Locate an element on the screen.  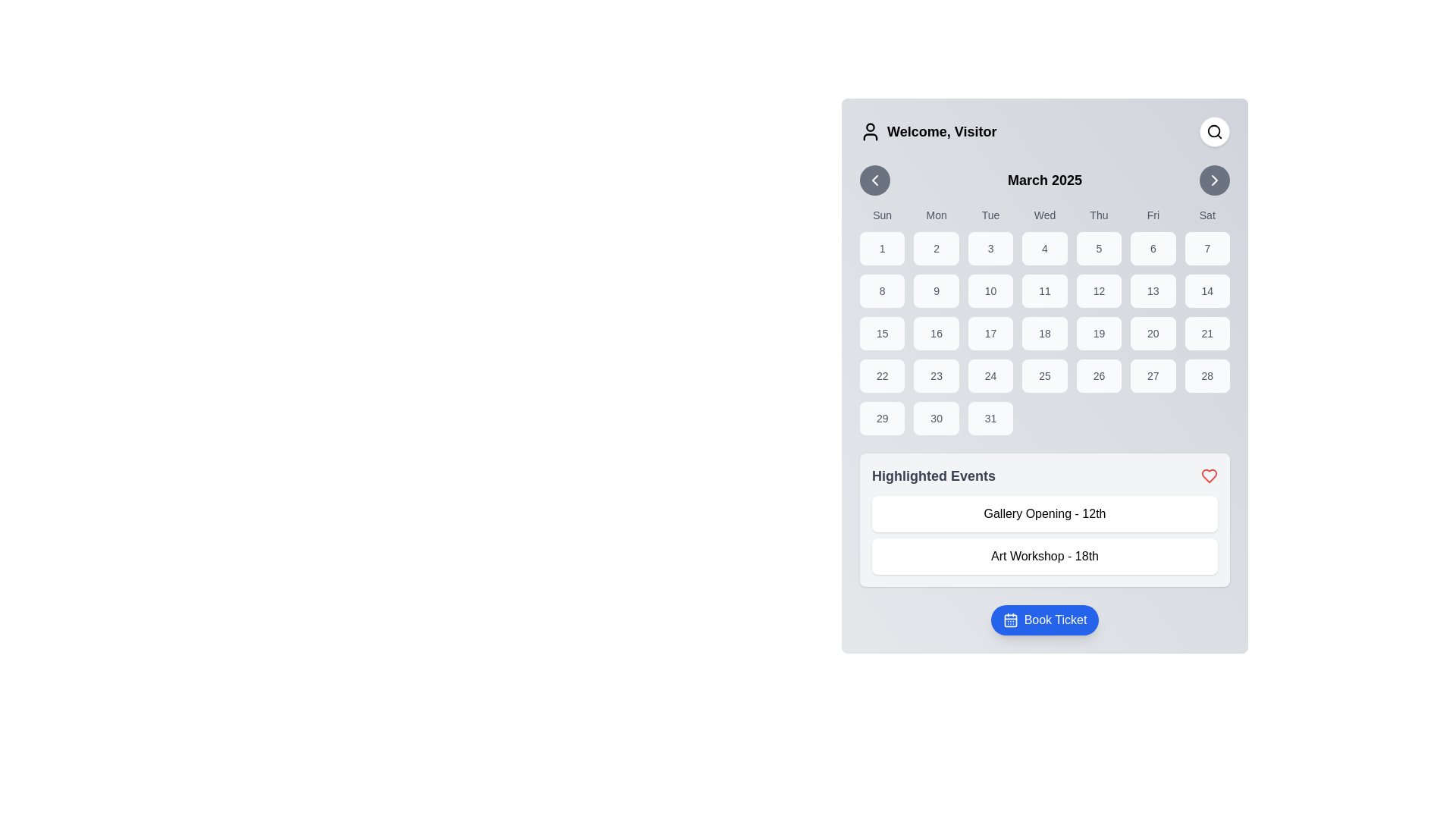
the centered arrow icon within the circular button located in the top-right corner of the interface to initiate navigation to the next page or view is located at coordinates (1215, 180).